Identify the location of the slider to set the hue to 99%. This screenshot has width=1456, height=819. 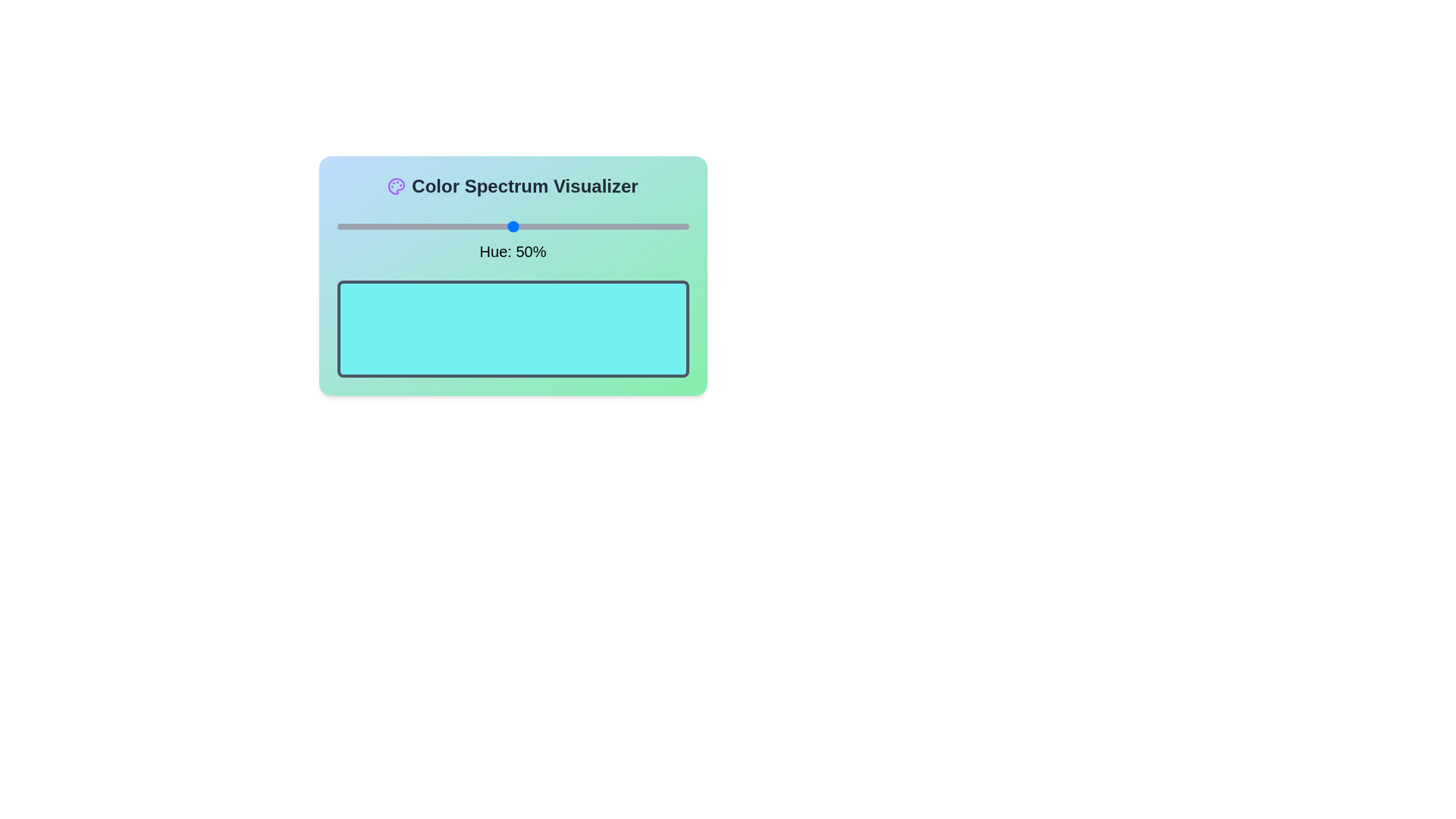
(684, 227).